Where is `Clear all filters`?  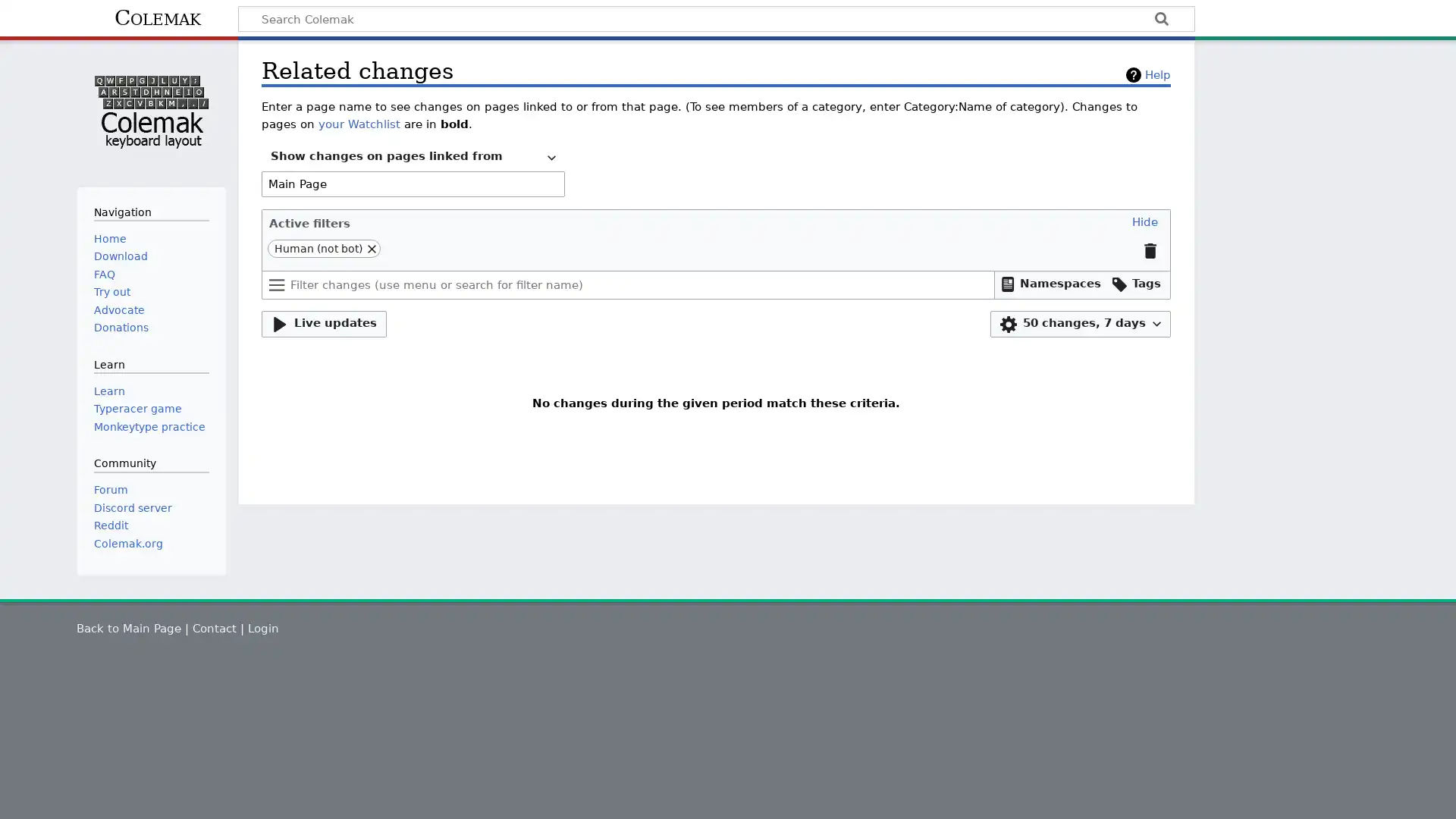 Clear all filters is located at coordinates (1150, 249).